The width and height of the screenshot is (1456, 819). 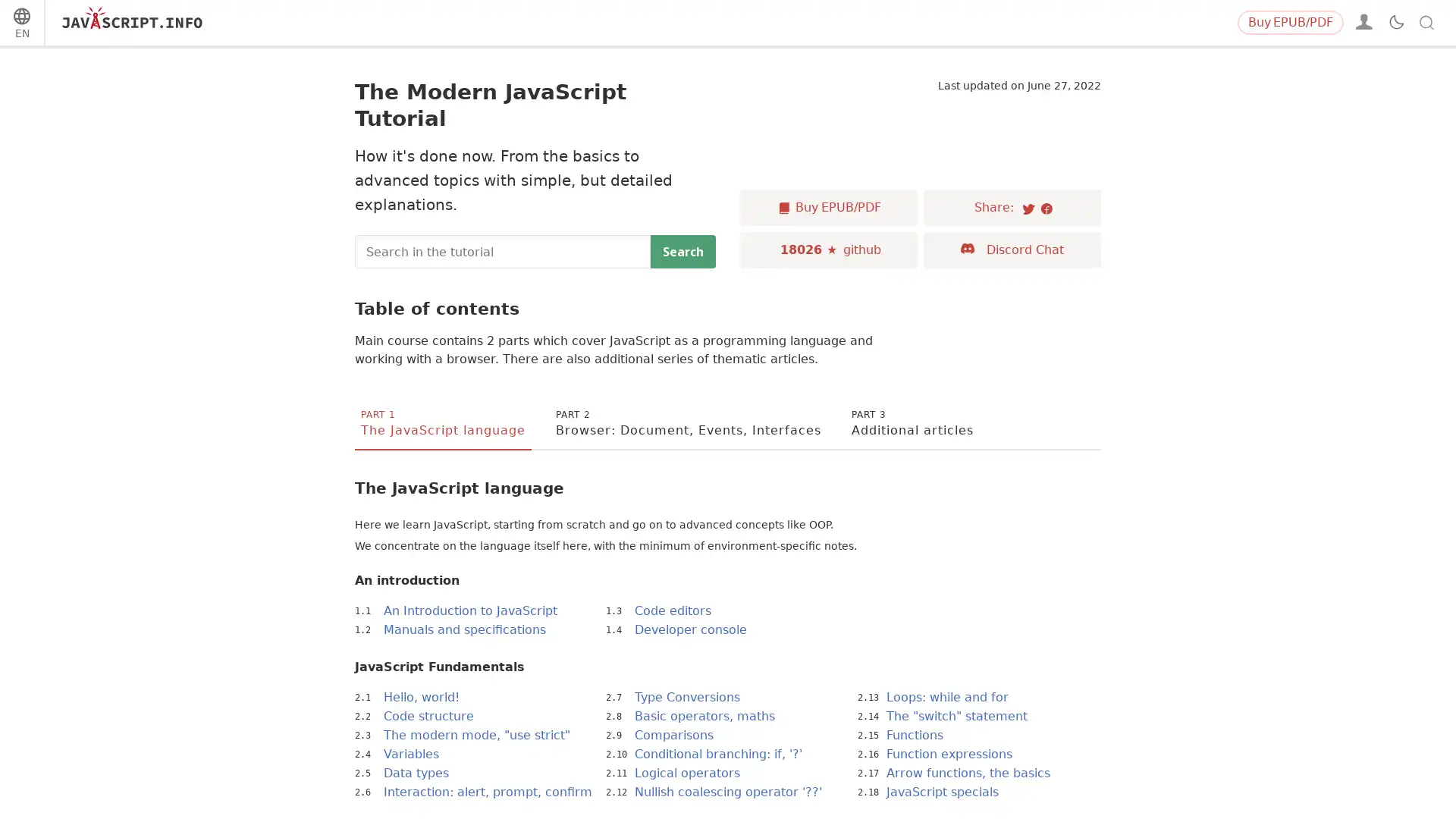 I want to click on EN, so click(x=21, y=25).